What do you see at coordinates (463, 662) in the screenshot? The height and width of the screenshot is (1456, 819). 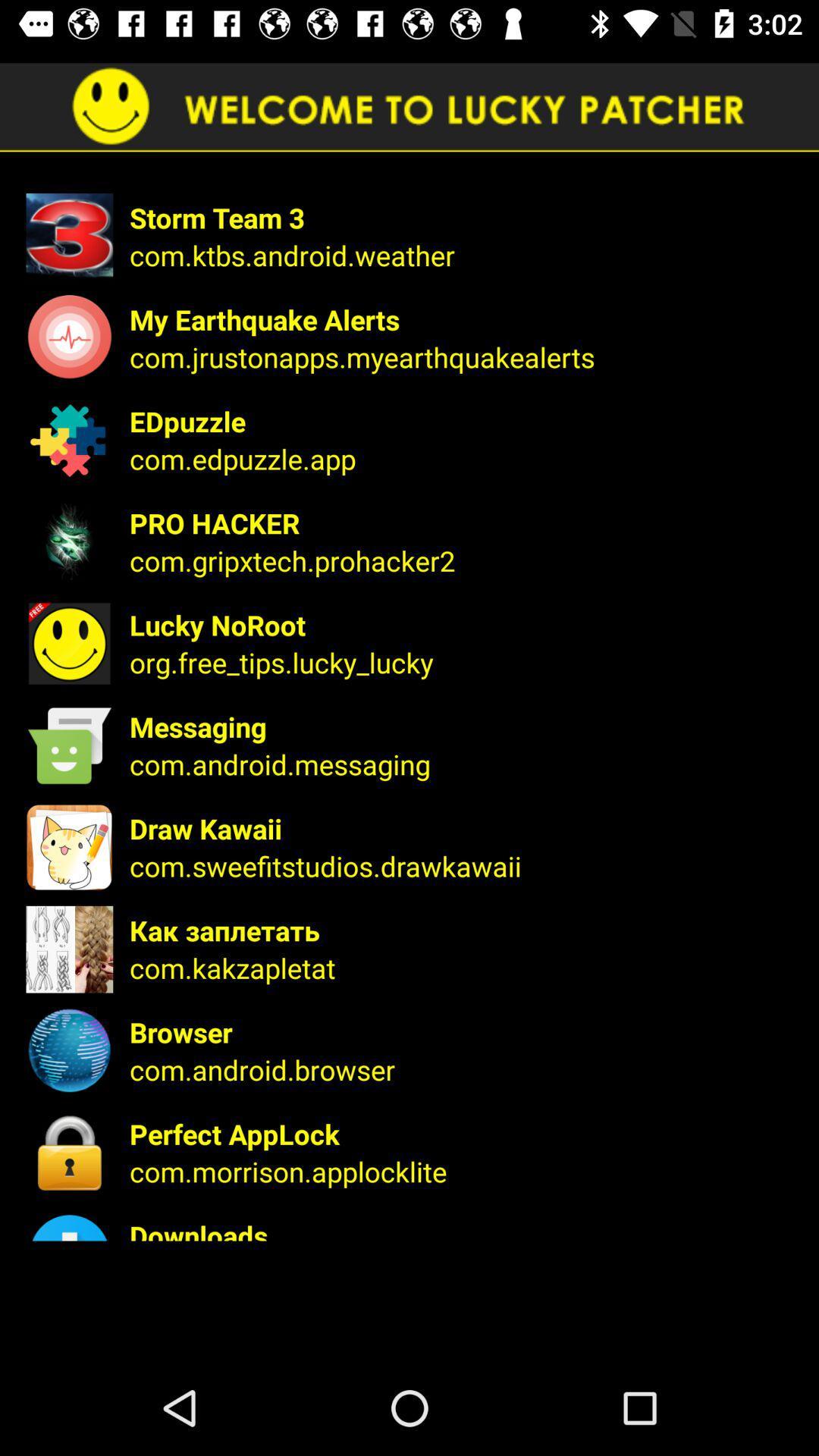 I see `the app below lucky noroot icon` at bounding box center [463, 662].